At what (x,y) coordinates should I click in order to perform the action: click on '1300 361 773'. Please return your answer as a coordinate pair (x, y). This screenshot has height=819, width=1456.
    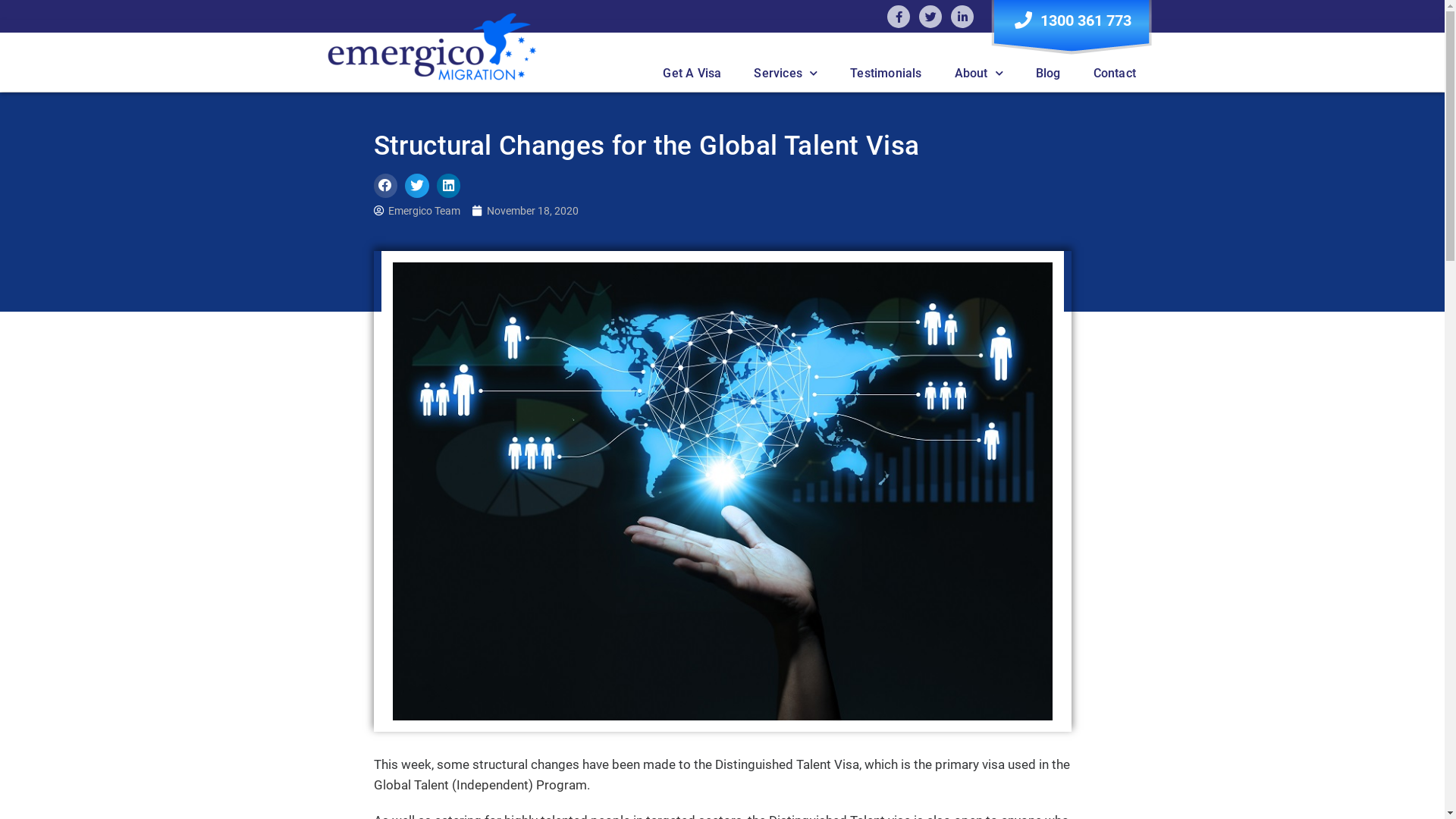
    Looking at the image, I should click on (1070, 20).